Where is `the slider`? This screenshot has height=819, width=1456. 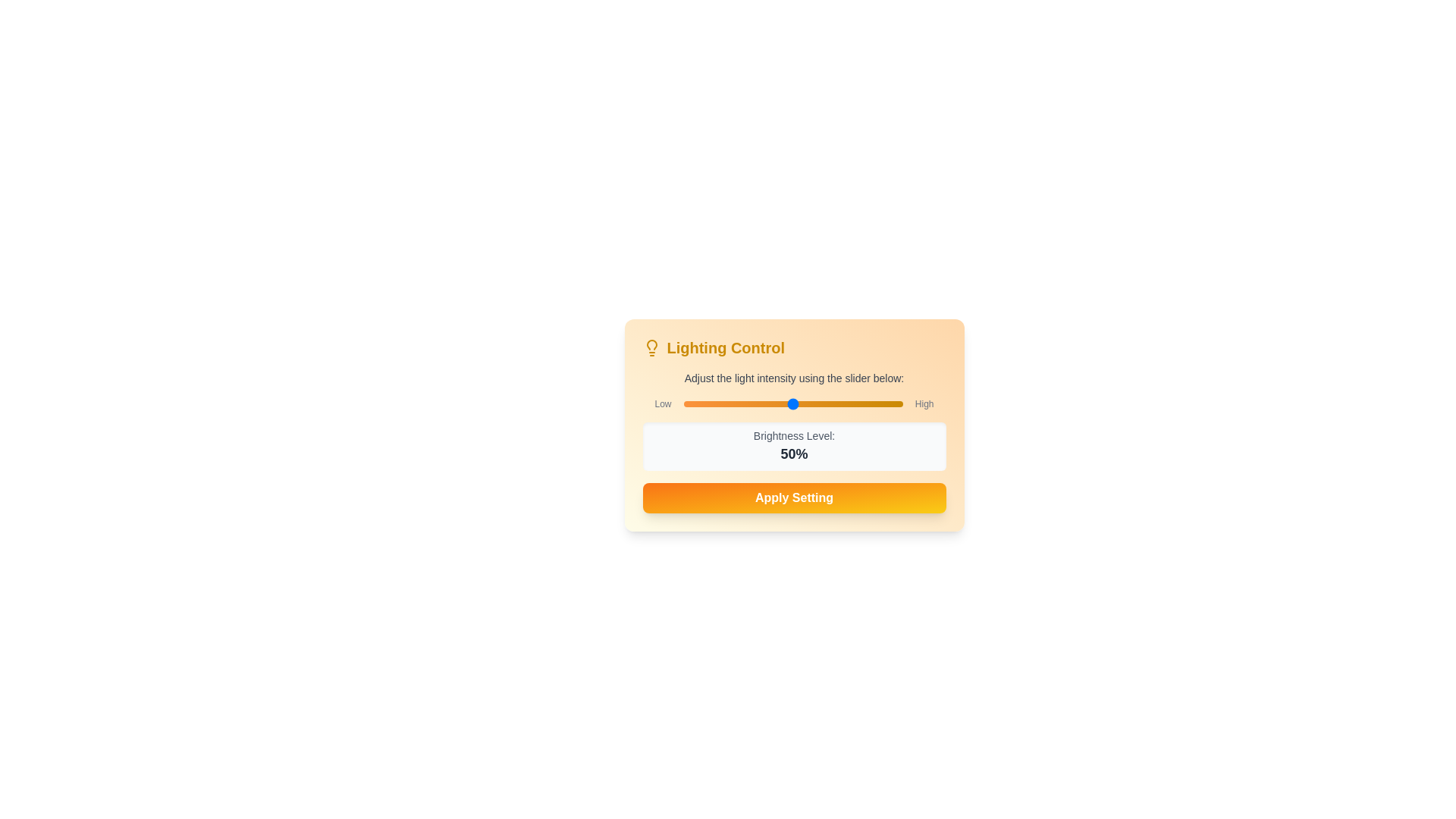
the slider is located at coordinates (789, 403).